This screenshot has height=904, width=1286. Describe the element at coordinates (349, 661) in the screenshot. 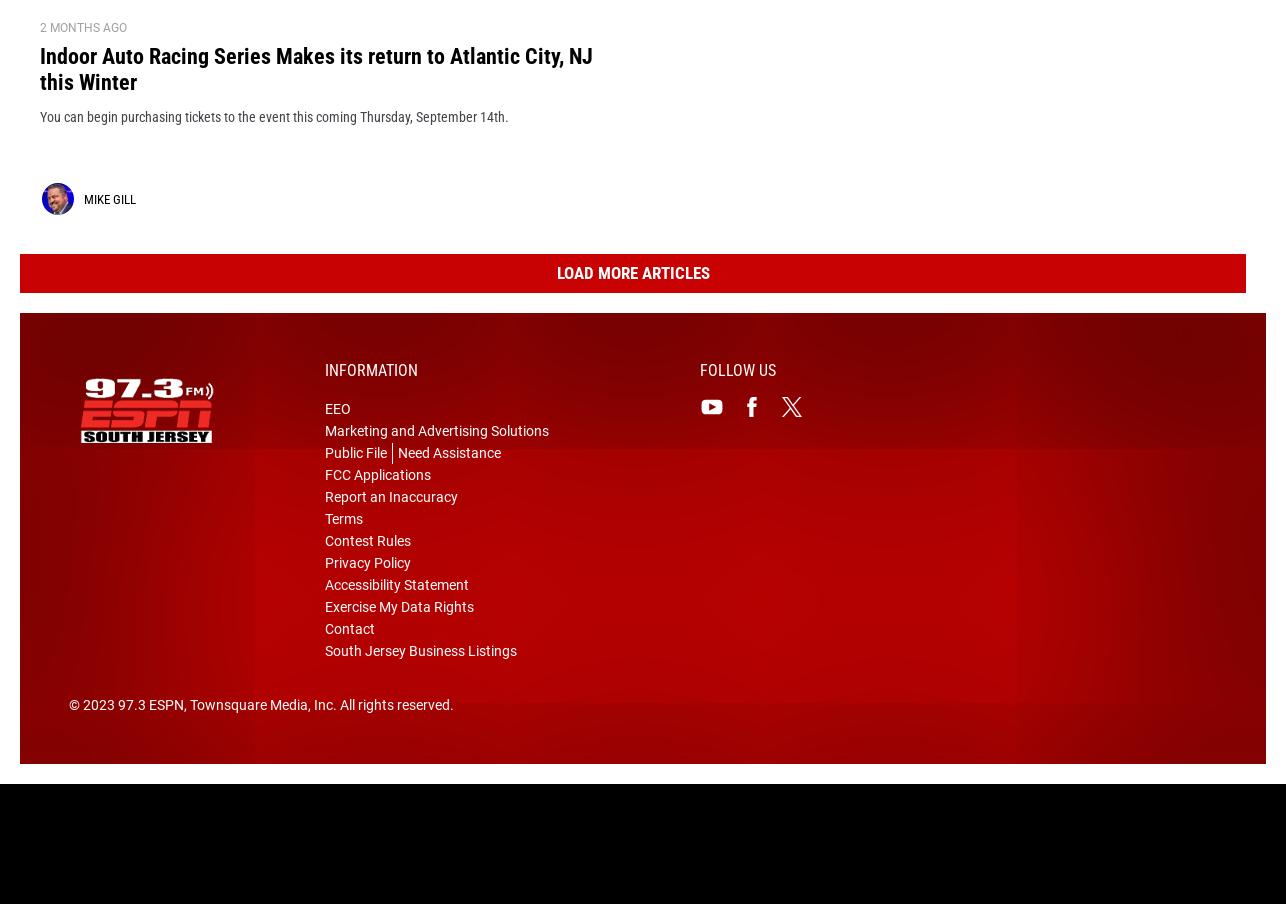

I see `'Contact'` at that location.